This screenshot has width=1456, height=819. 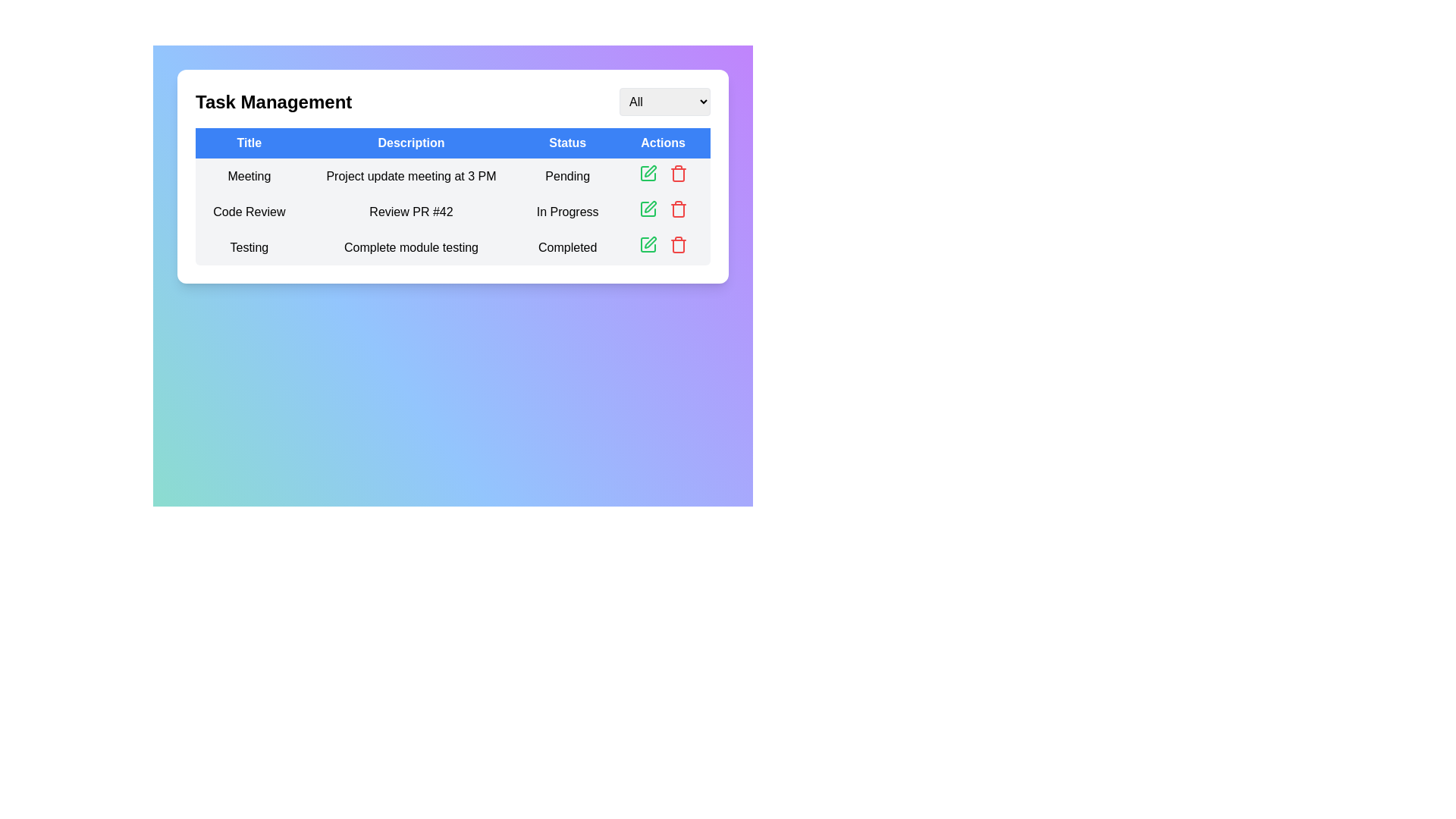 I want to click on the 'Completed' text label in the last row of the third column under the 'Status' heading, which is displayed in a bold, medium-sized style, so click(x=566, y=246).